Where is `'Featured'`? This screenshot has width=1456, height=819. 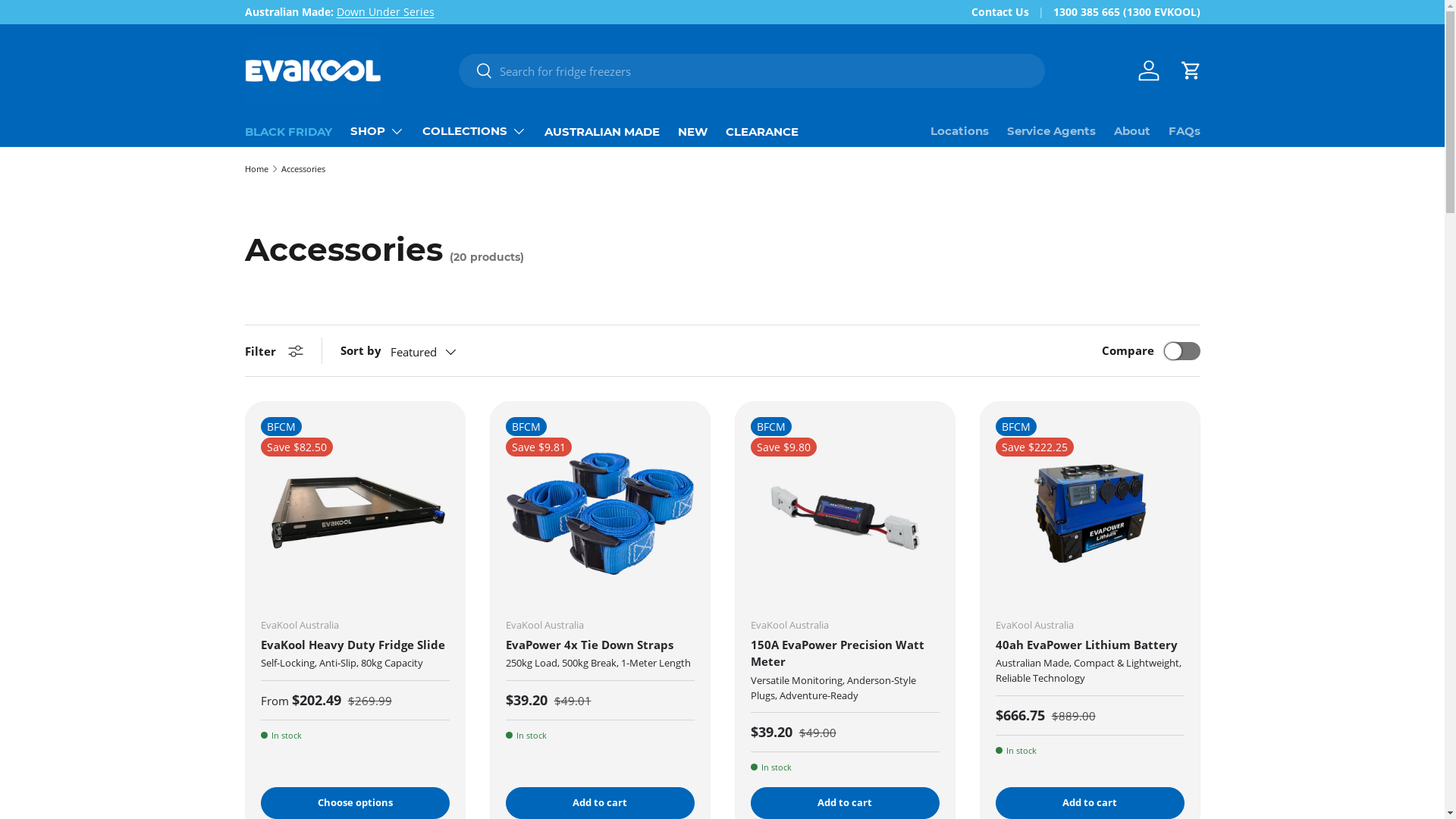 'Featured' is located at coordinates (437, 351).